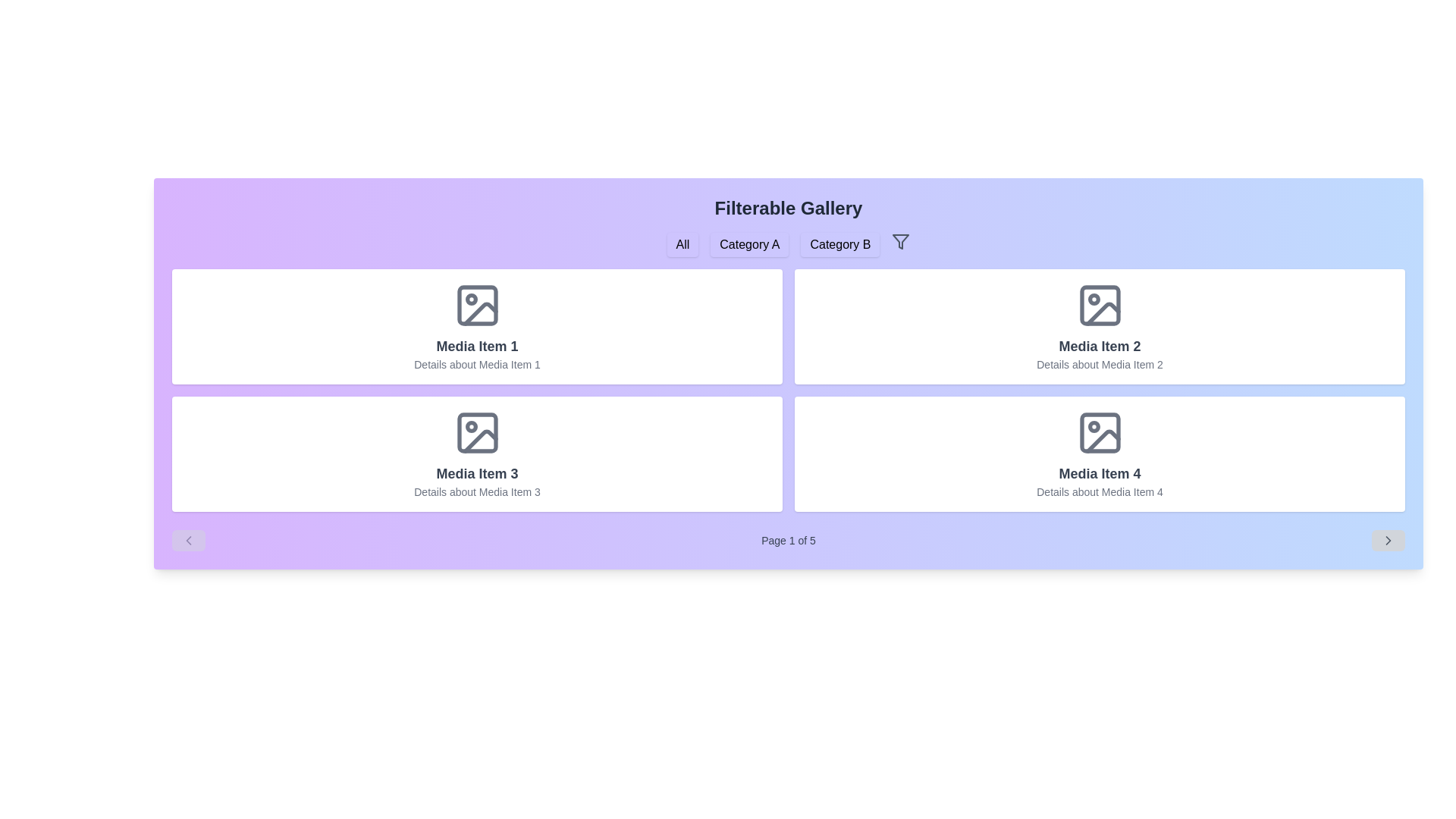 The image size is (1456, 819). I want to click on icon of the Card element titled 'Media Item 1', which is a white card with rounded corners located at the top-left corner of the grid layout, so click(476, 326).